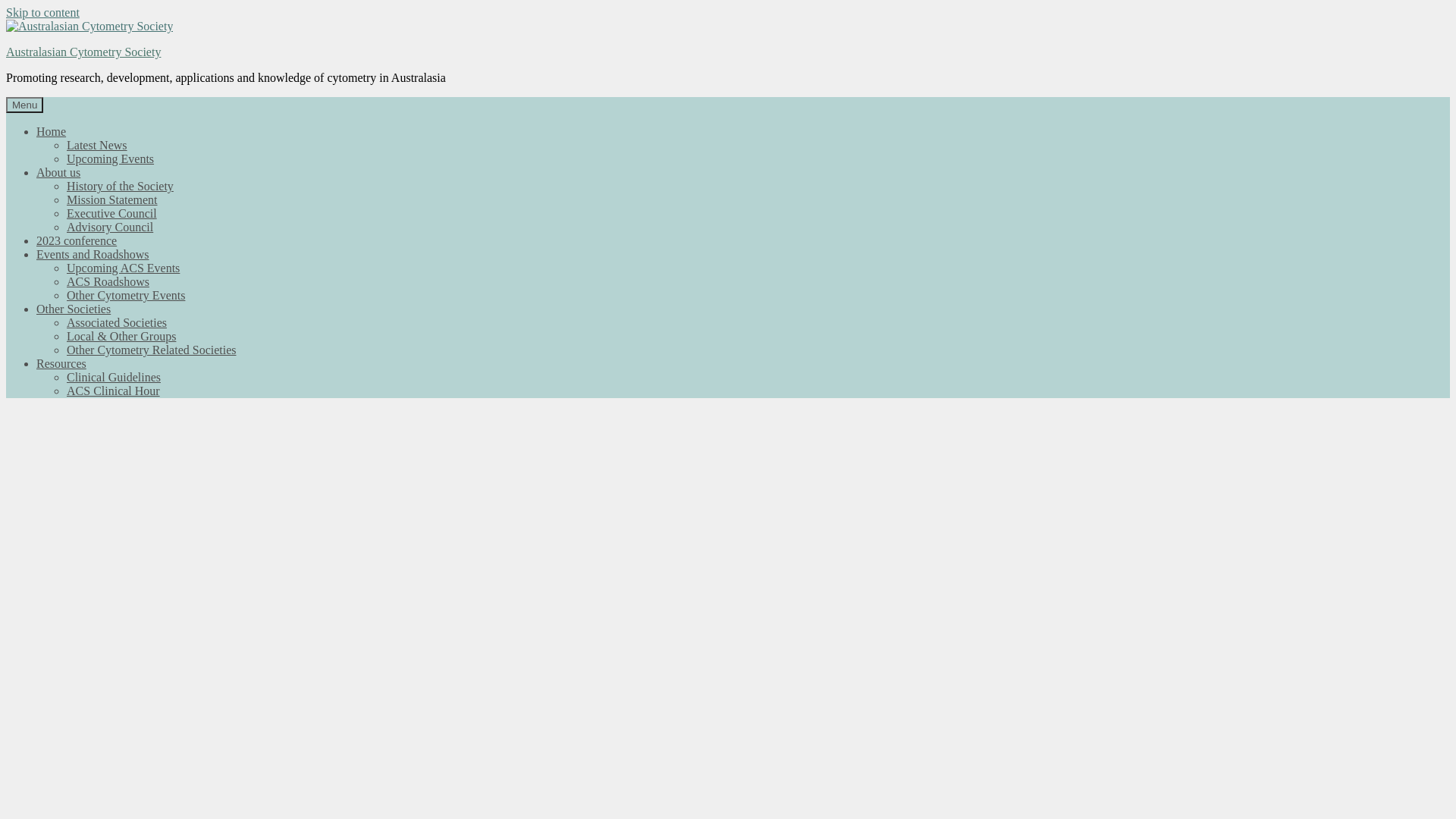  What do you see at coordinates (42, 12) in the screenshot?
I see `'Skip to content'` at bounding box center [42, 12].